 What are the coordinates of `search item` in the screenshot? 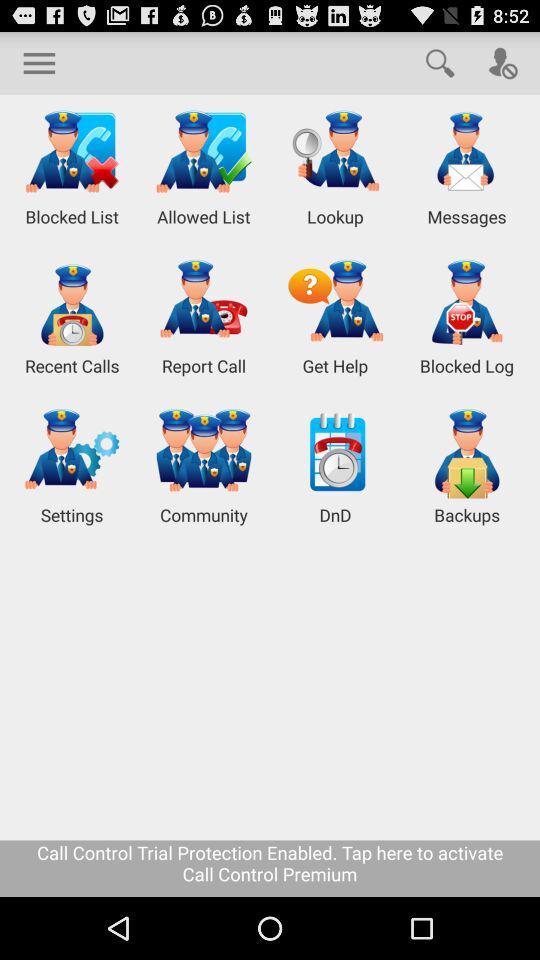 It's located at (440, 62).